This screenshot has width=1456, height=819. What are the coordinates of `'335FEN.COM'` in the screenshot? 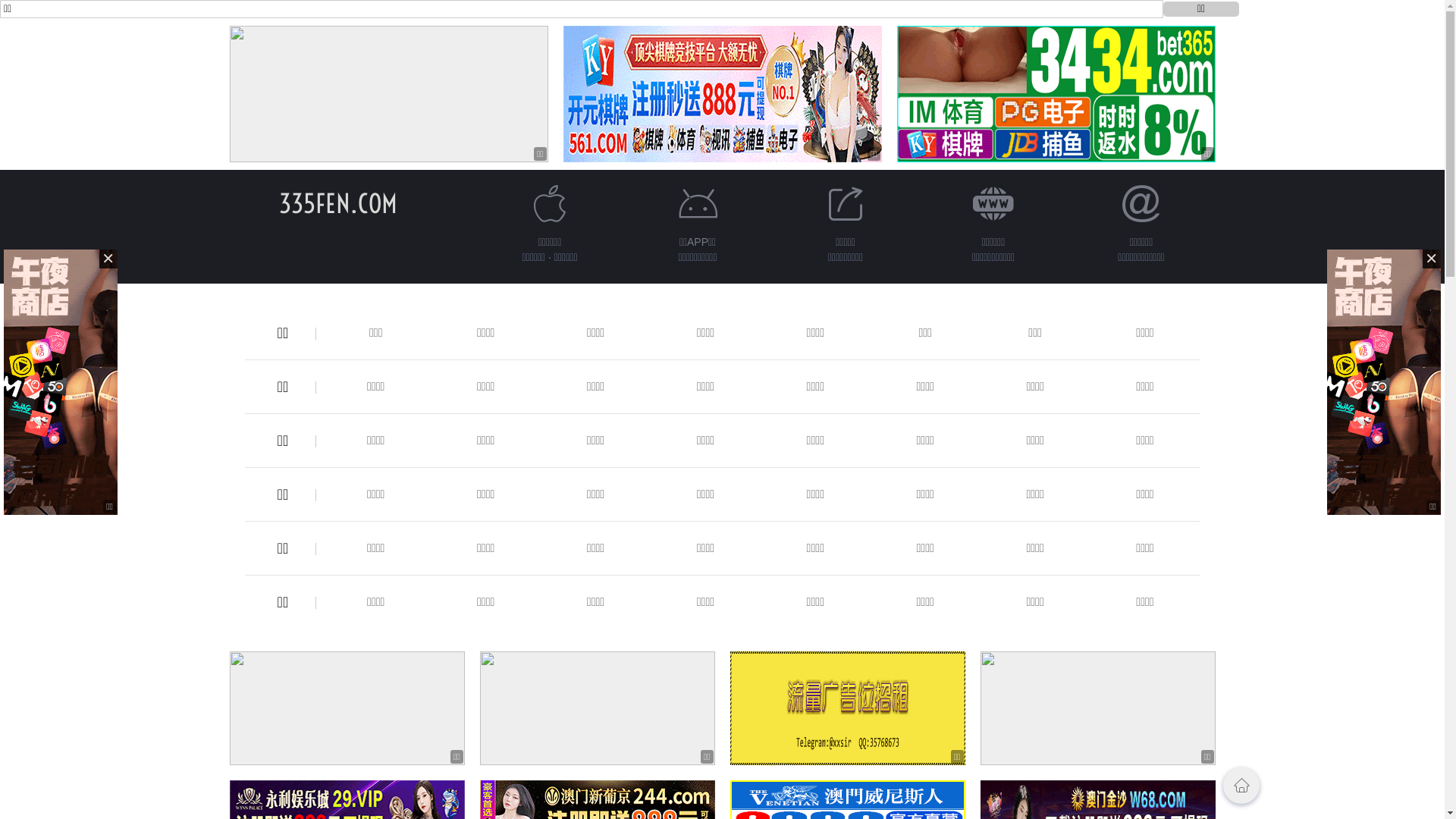 It's located at (337, 202).